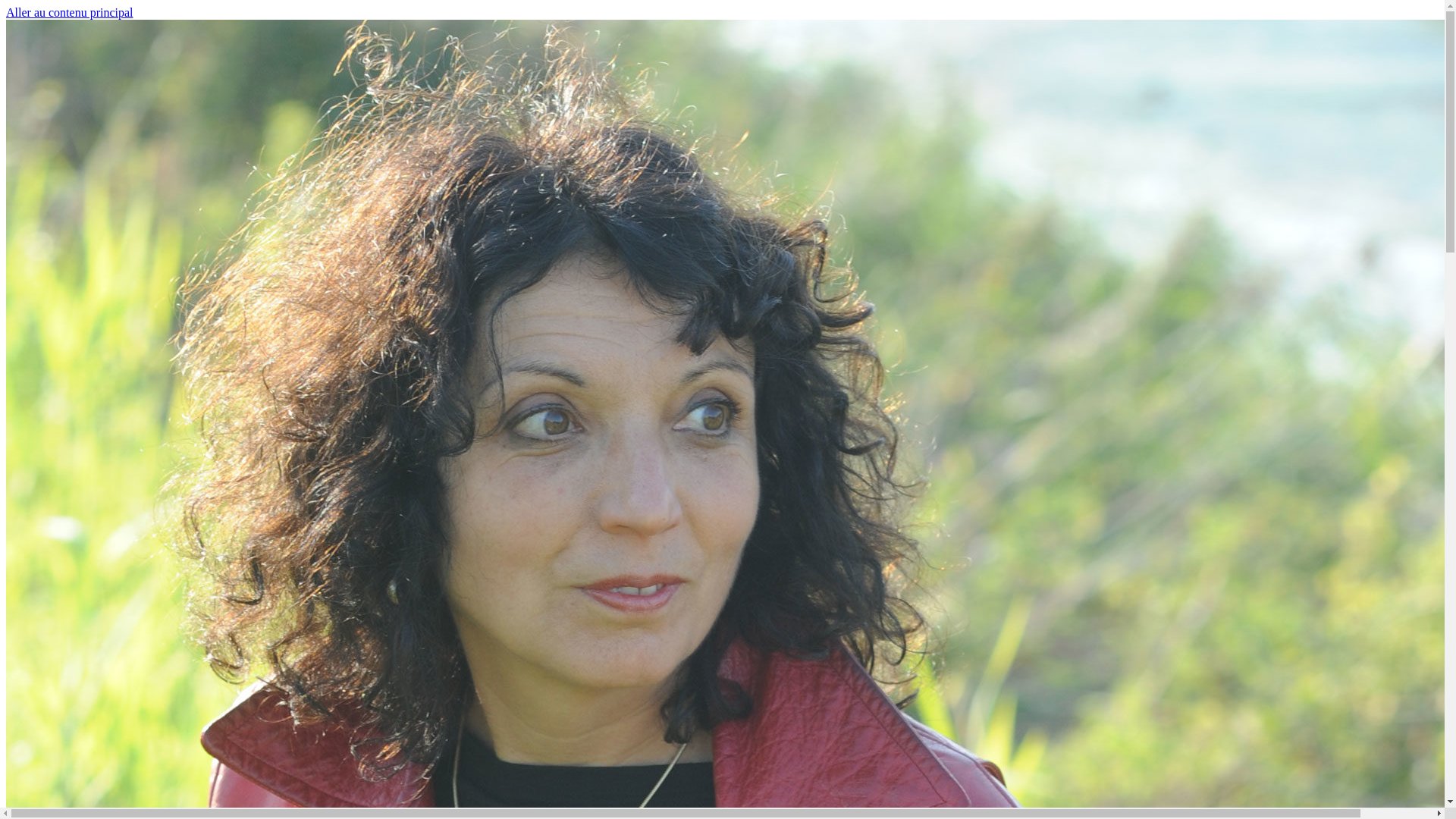 The image size is (1456, 819). Describe the element at coordinates (68, 12) in the screenshot. I see `'Aller au contenu principal'` at that location.